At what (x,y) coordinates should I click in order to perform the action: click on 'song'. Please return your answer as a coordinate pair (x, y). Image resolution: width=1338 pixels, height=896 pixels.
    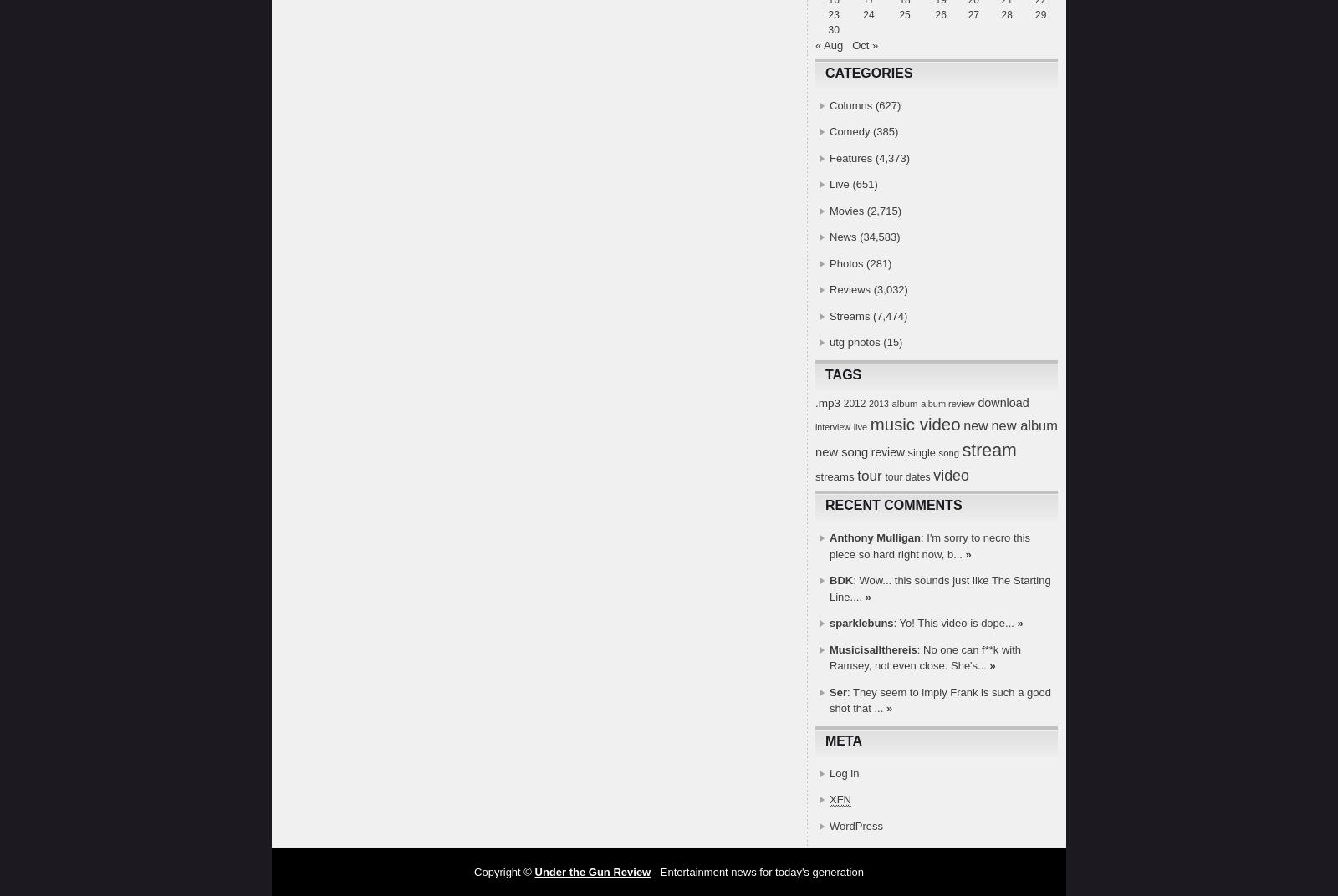
    Looking at the image, I should click on (938, 451).